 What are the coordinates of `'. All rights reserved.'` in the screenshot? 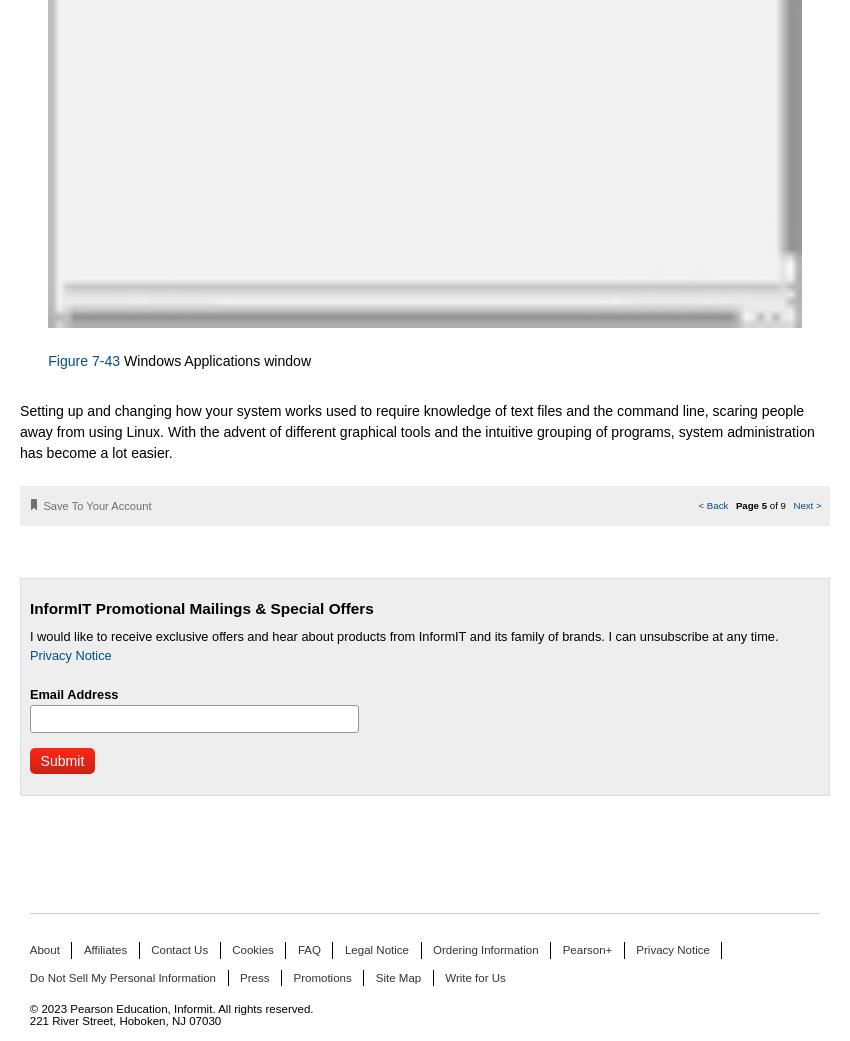 It's located at (261, 1009).